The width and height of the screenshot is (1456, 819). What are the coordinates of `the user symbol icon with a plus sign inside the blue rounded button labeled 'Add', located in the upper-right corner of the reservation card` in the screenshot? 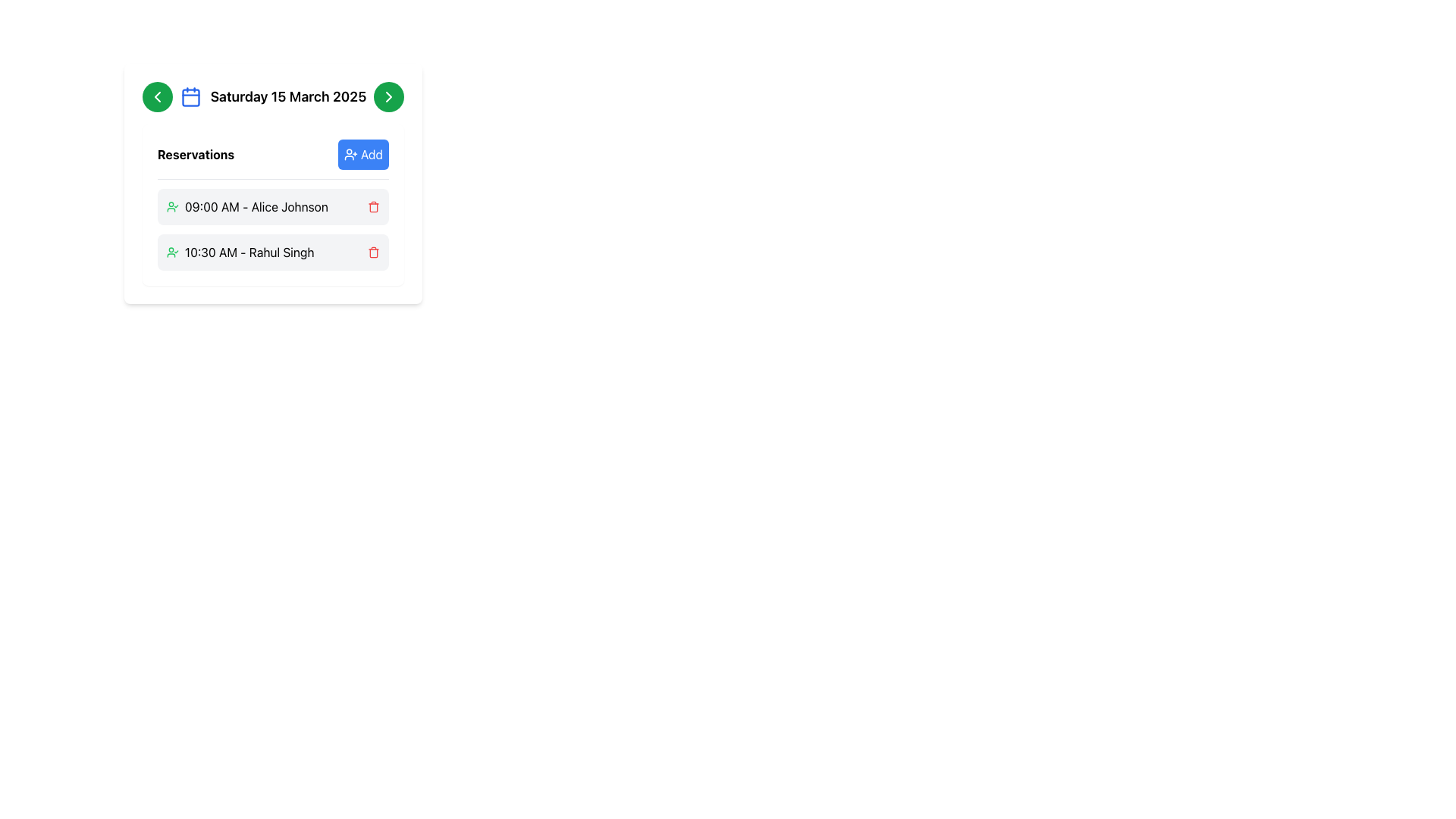 It's located at (350, 155).